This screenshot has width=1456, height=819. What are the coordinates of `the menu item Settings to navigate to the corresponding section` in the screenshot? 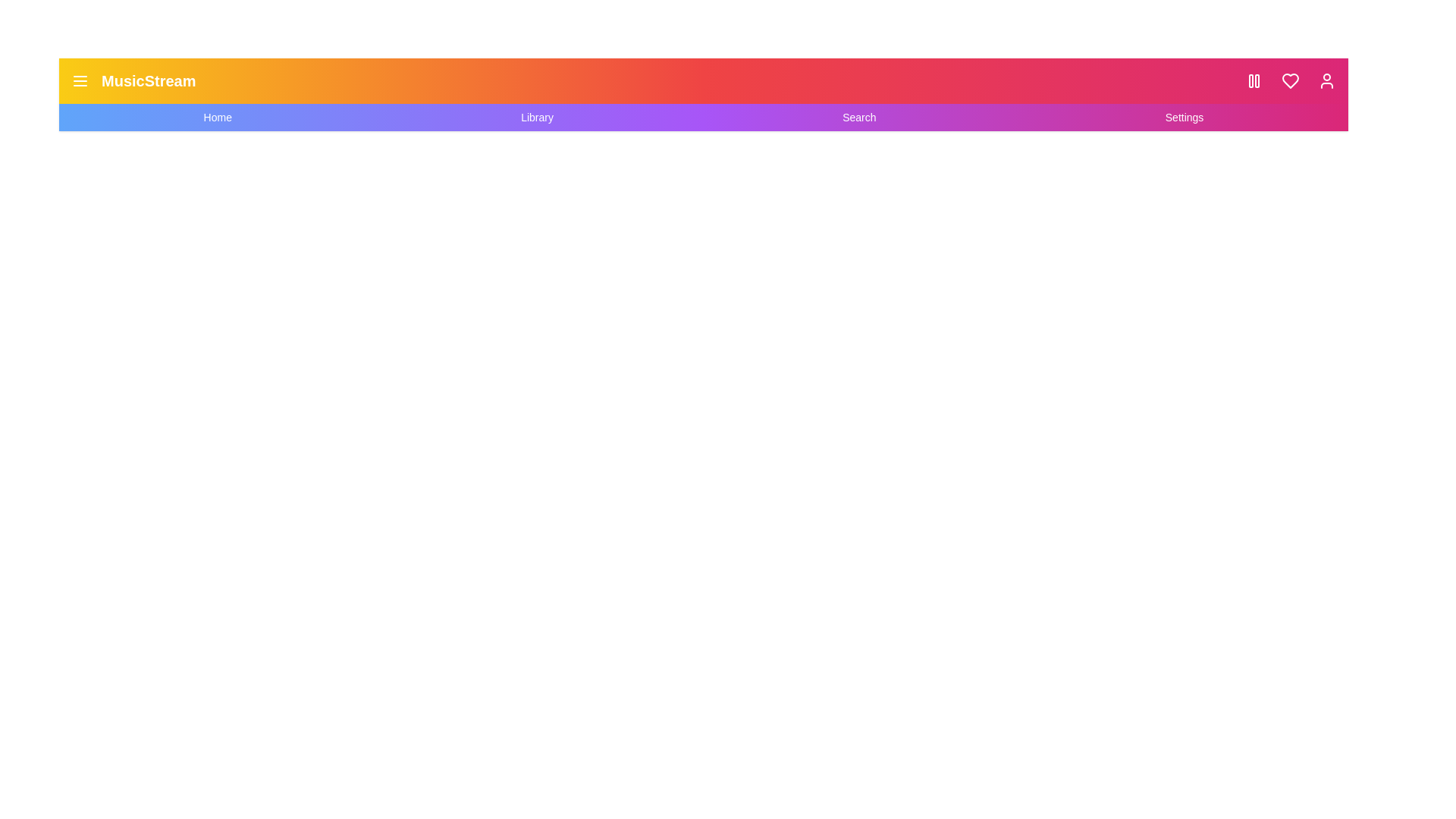 It's located at (1183, 116).